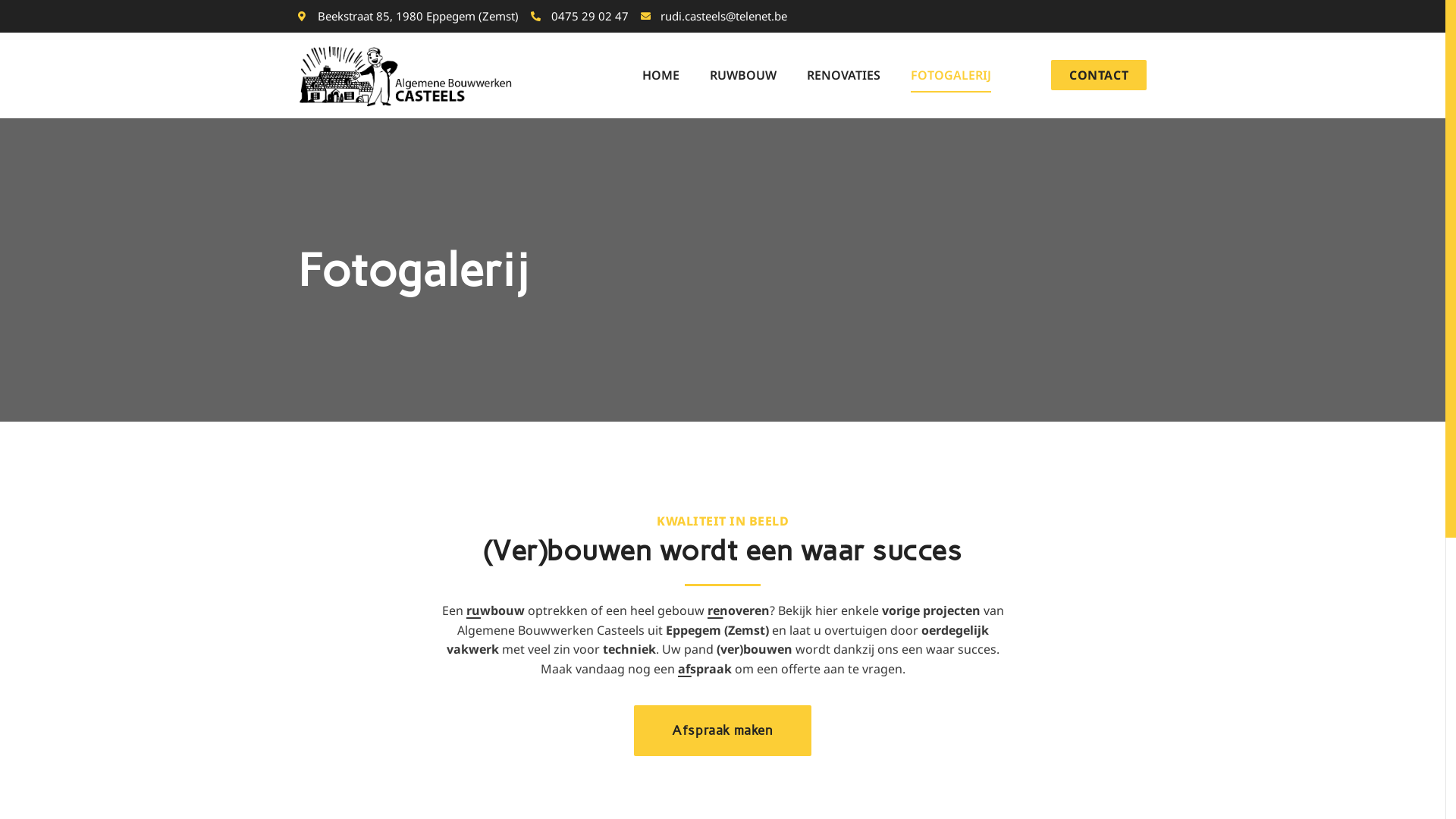 The width and height of the screenshot is (1456, 819). Describe the element at coordinates (704, 668) in the screenshot. I see `'afspraak'` at that location.